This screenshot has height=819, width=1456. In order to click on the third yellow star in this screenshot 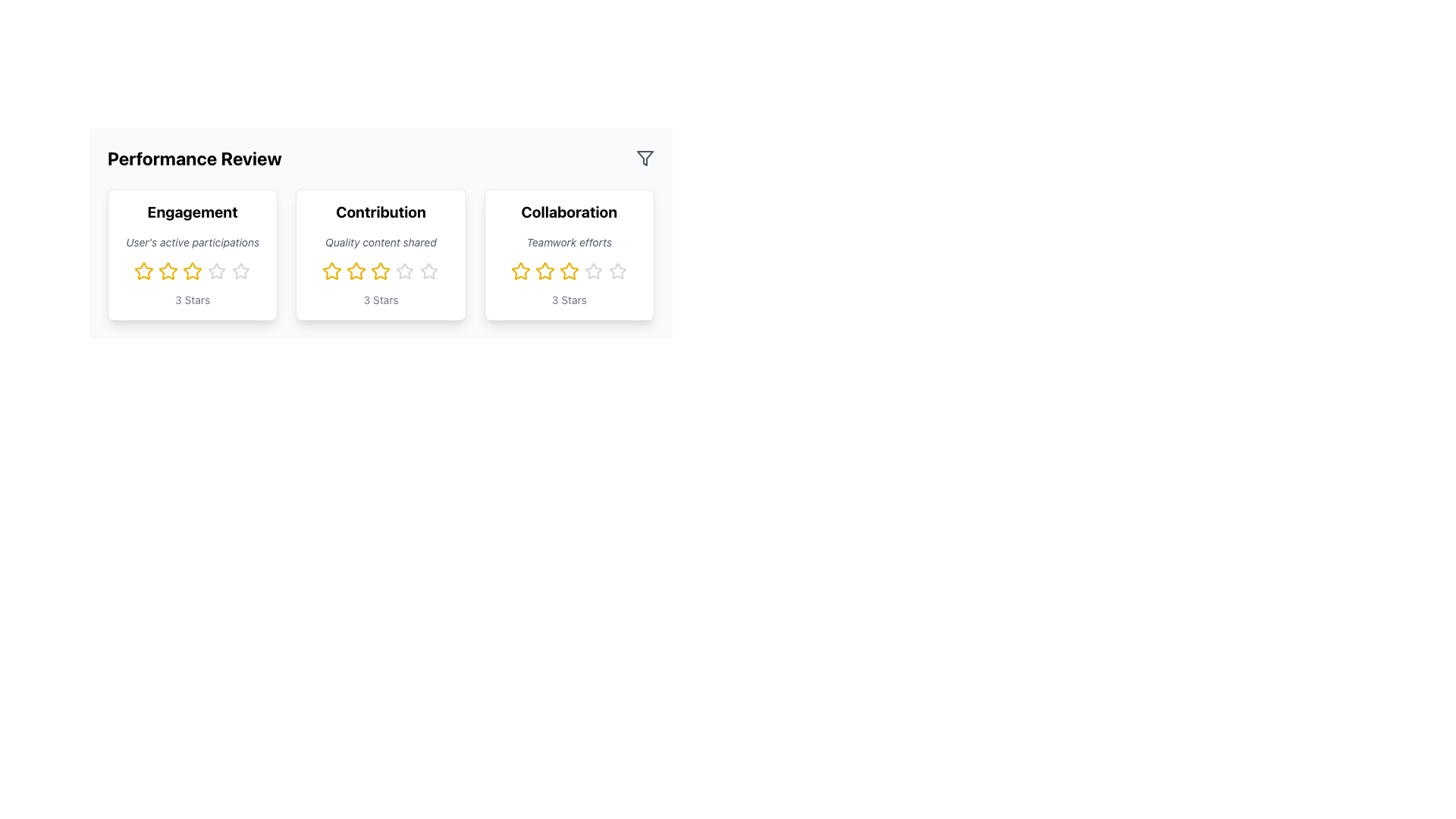, I will do `click(356, 271)`.